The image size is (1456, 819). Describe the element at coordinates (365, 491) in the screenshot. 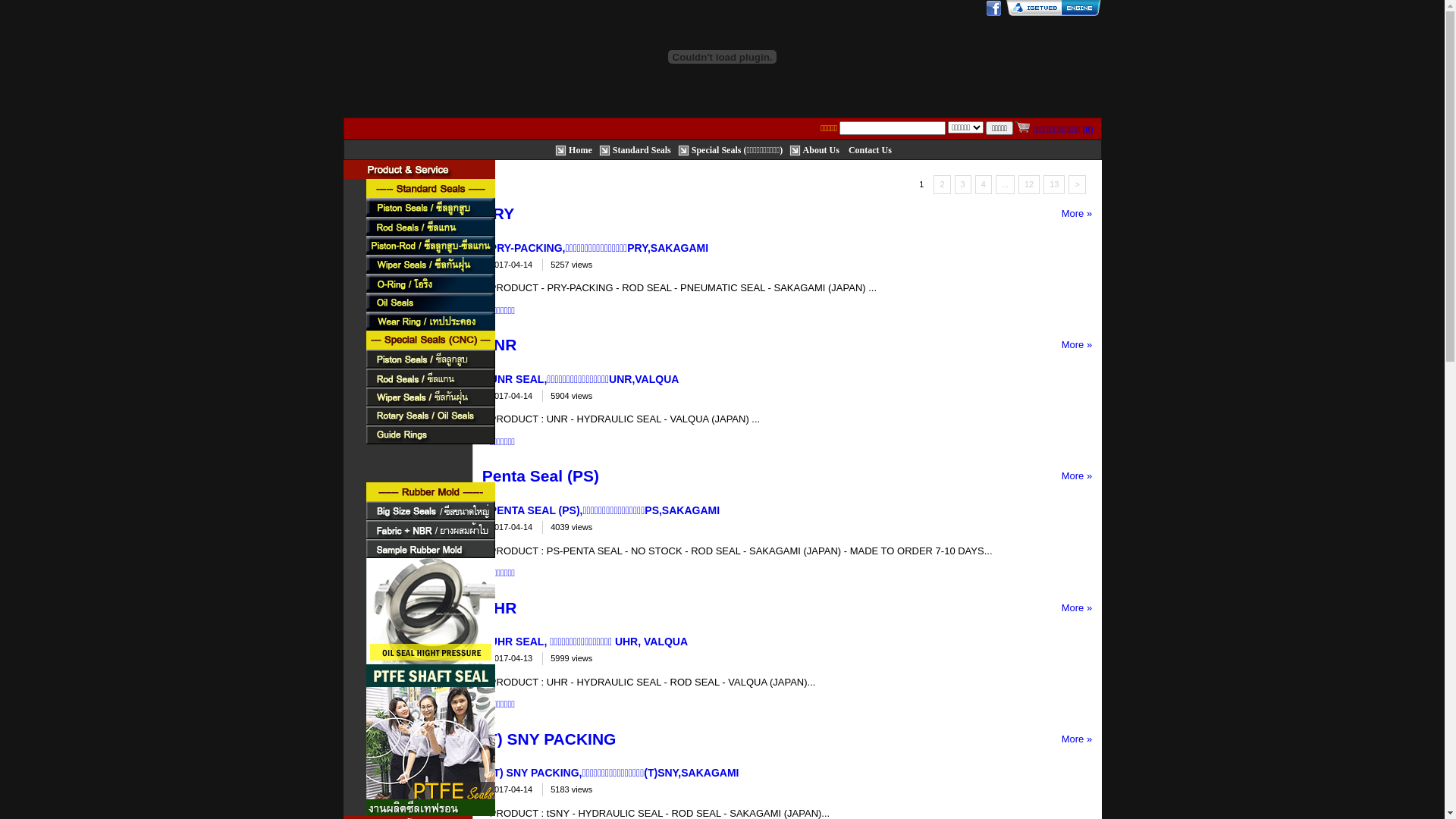

I see `'Rubber Mold'` at that location.